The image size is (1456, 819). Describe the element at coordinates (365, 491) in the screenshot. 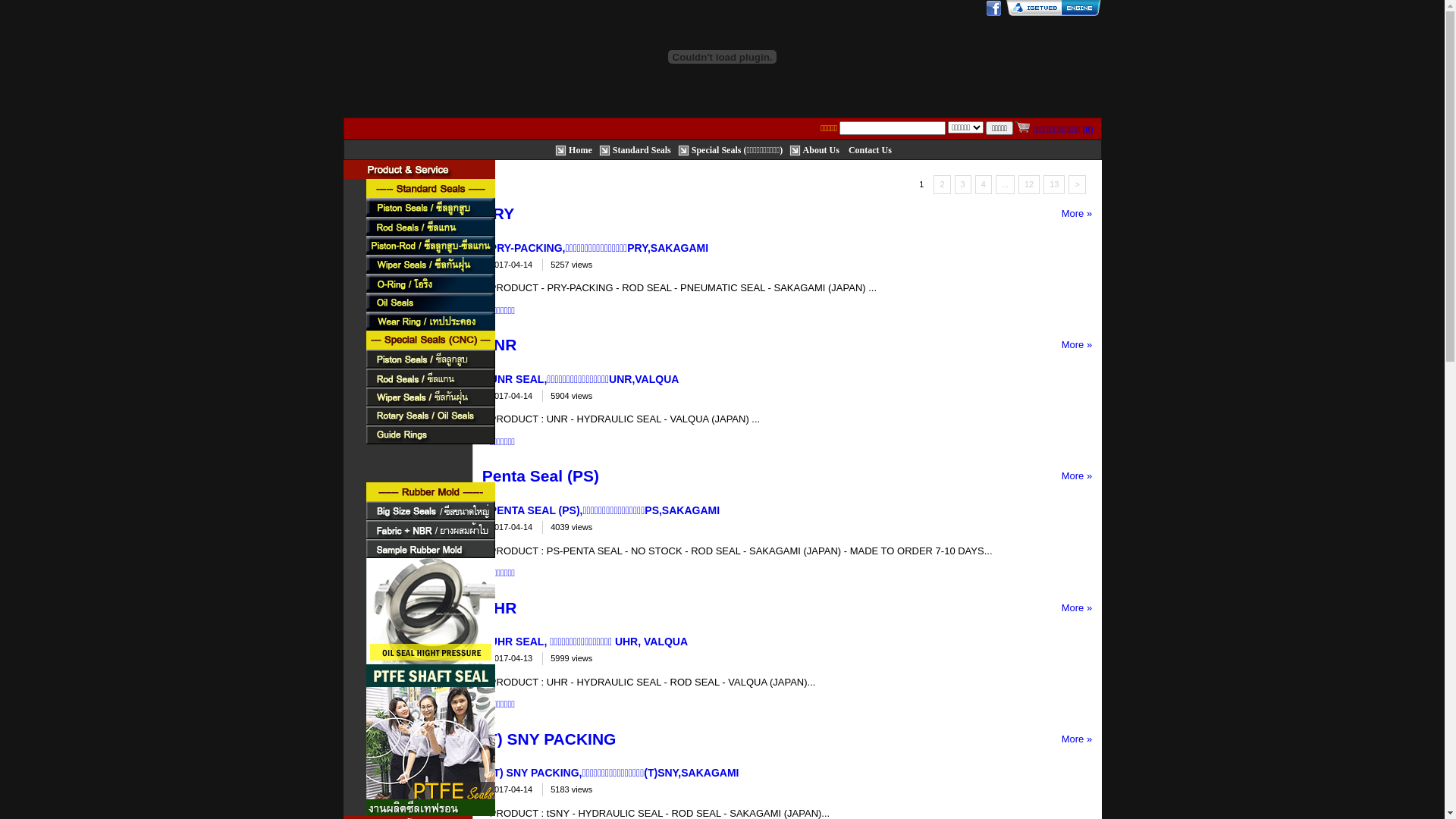

I see `'Rubber Mold'` at that location.